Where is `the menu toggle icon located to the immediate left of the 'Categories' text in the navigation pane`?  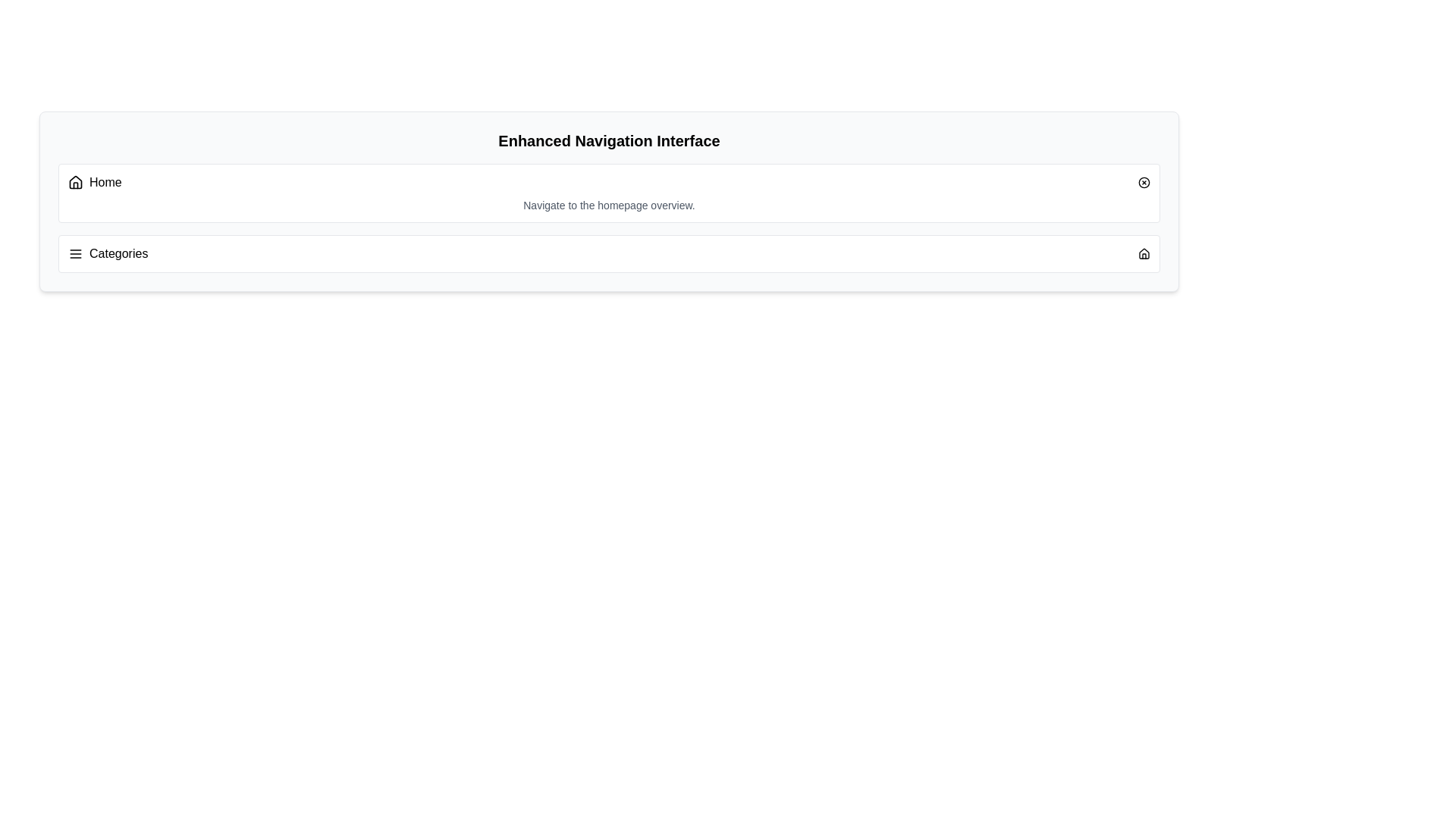 the menu toggle icon located to the immediate left of the 'Categories' text in the navigation pane is located at coordinates (75, 253).